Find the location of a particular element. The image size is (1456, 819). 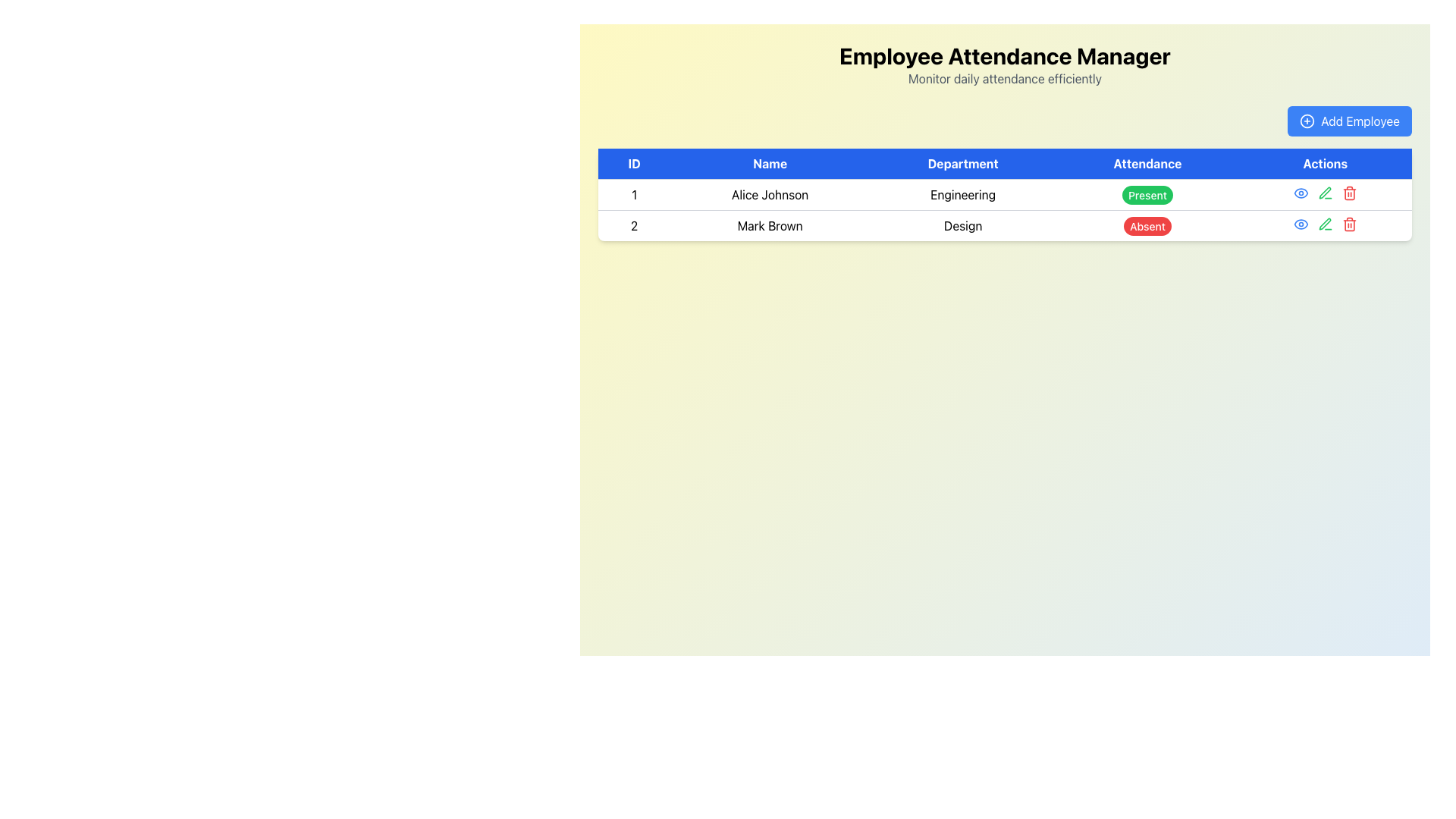

the outer contour of the eye-shaped icon in the 'Actions' column of the second row of the attendance management table is located at coordinates (1300, 192).